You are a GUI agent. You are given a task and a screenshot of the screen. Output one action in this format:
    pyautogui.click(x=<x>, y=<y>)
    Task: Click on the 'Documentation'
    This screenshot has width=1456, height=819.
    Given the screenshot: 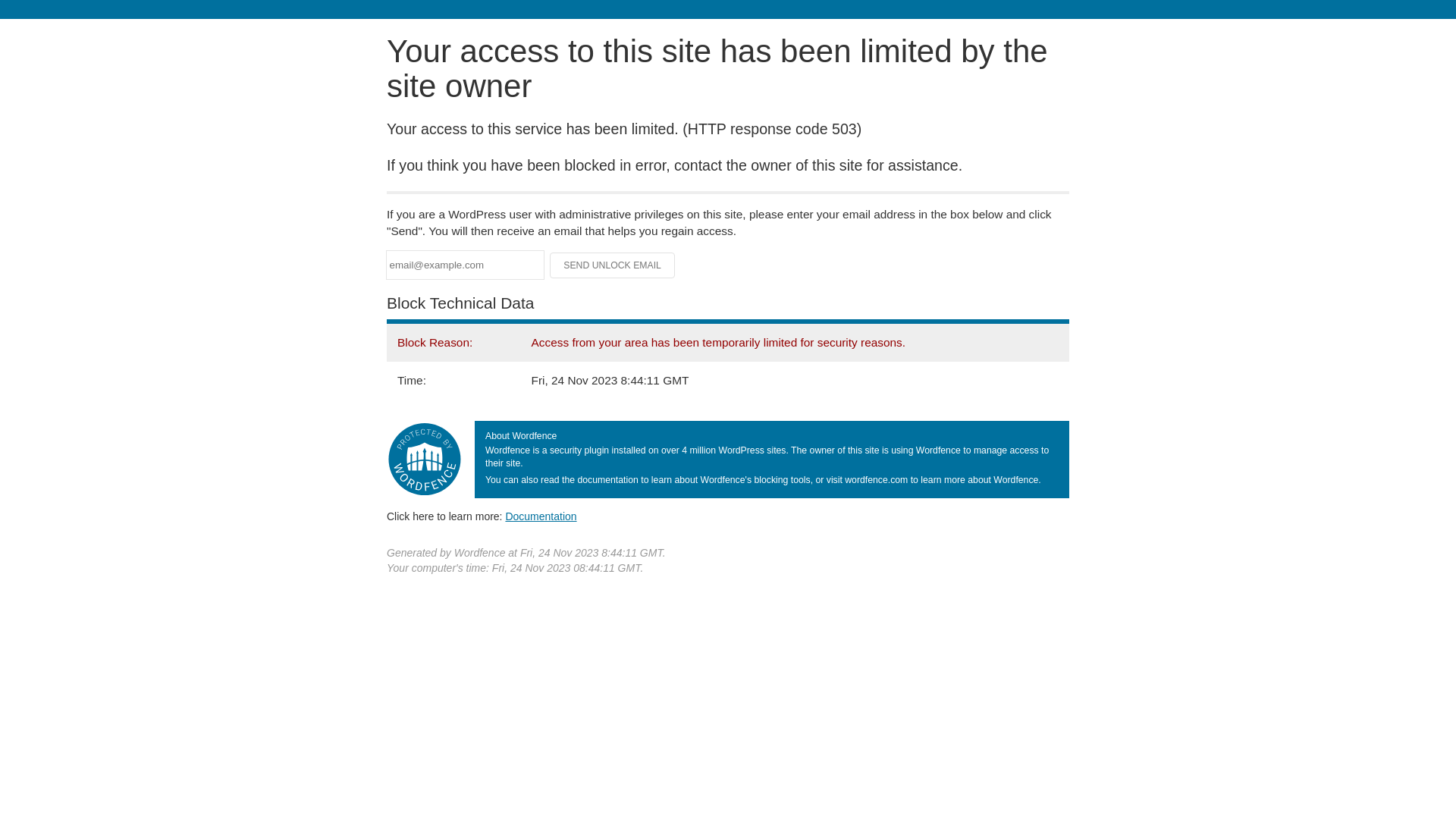 What is the action you would take?
    pyautogui.click(x=541, y=516)
    